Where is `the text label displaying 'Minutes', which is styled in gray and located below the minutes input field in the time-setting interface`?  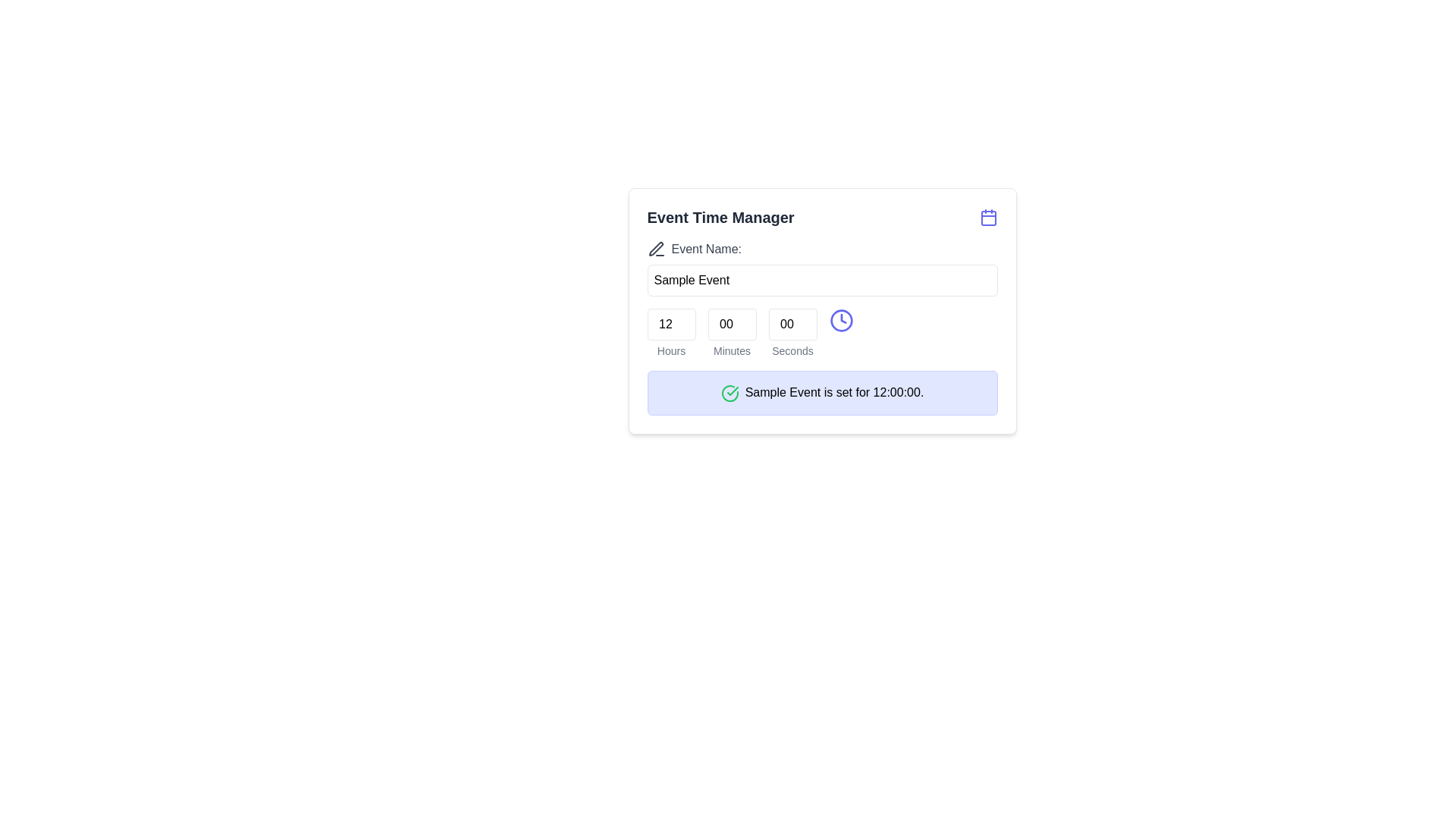 the text label displaying 'Minutes', which is styled in gray and located below the minutes input field in the time-setting interface is located at coordinates (732, 350).